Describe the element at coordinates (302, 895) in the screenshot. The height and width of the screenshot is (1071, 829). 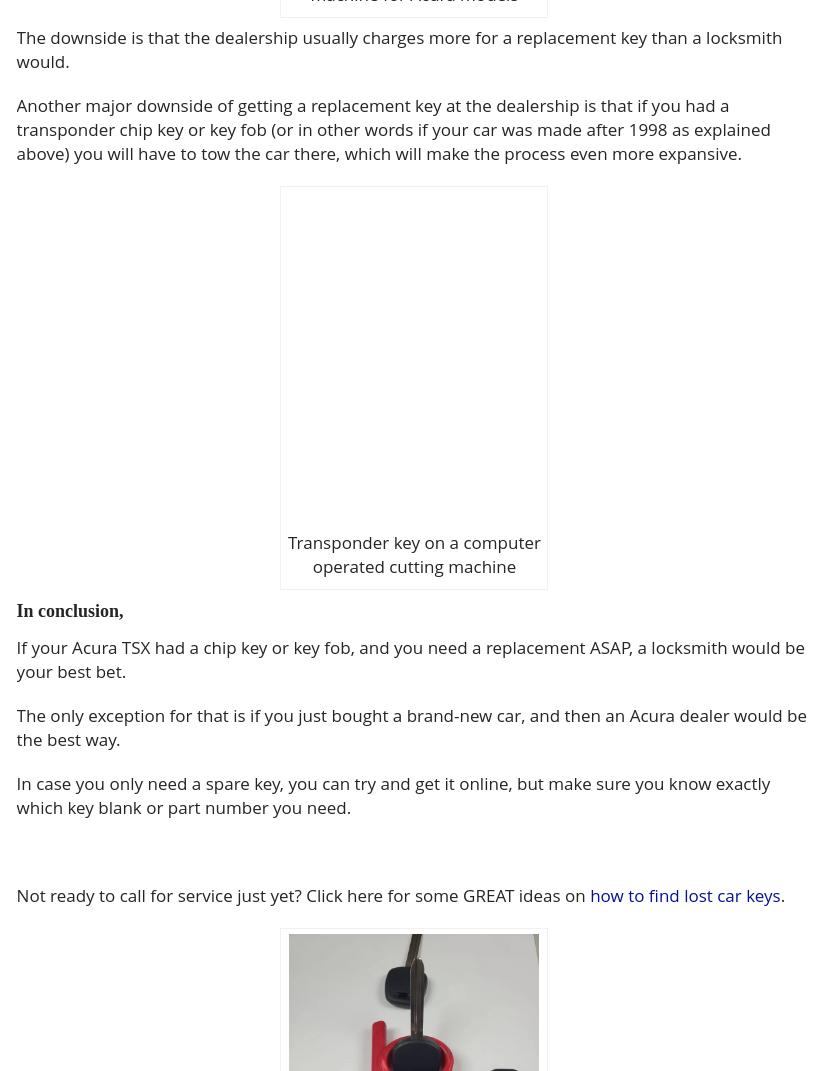
I see `'Not ready to call for service just yet? Click here for some GREAT ideas on'` at that location.